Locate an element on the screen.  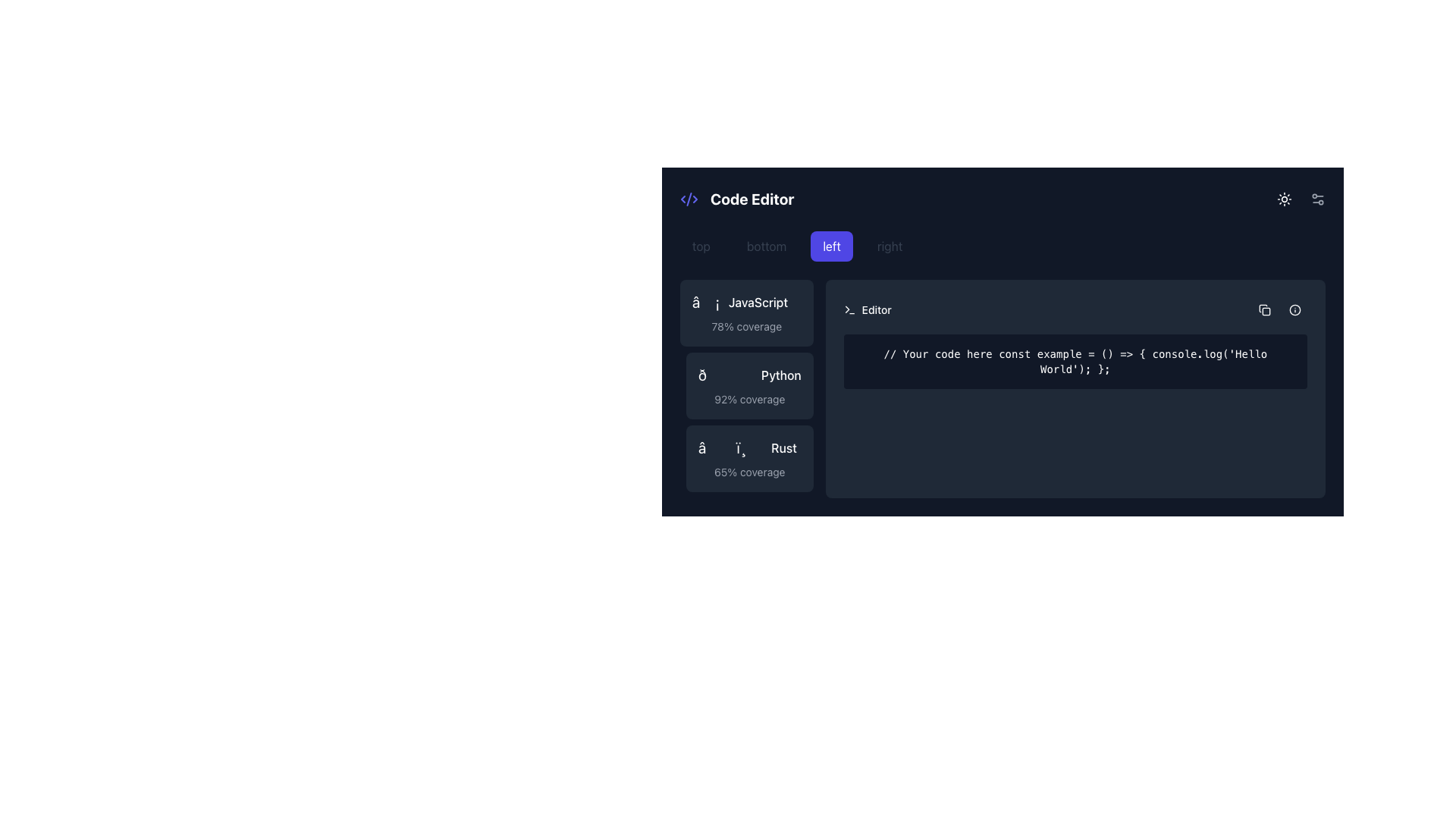
the copy icon located in the top-right corner of the editor pane is located at coordinates (1265, 309).